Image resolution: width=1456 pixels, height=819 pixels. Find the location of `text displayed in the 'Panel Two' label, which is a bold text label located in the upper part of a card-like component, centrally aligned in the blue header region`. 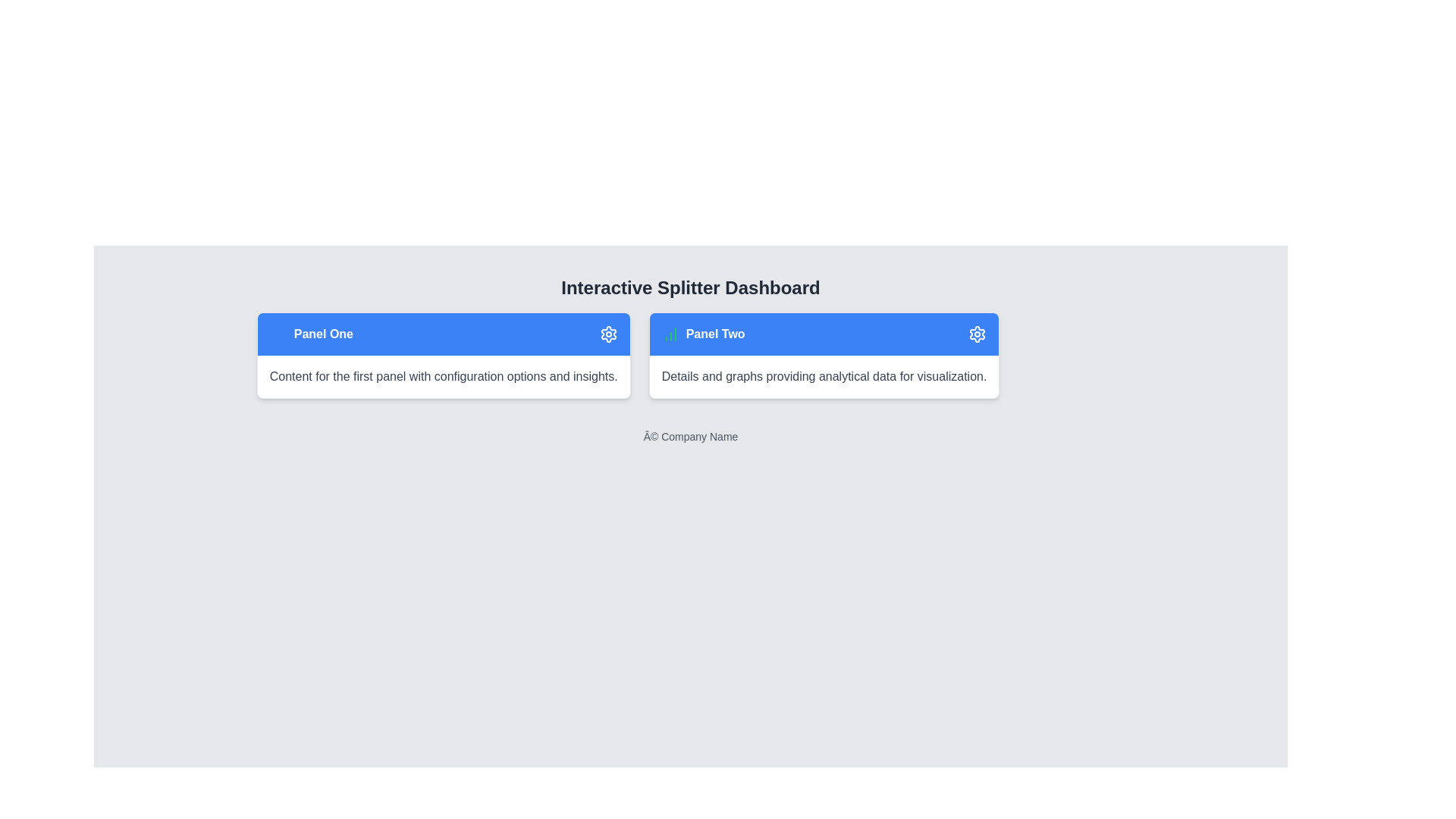

text displayed in the 'Panel Two' label, which is a bold text label located in the upper part of a card-like component, centrally aligned in the blue header region is located at coordinates (714, 333).